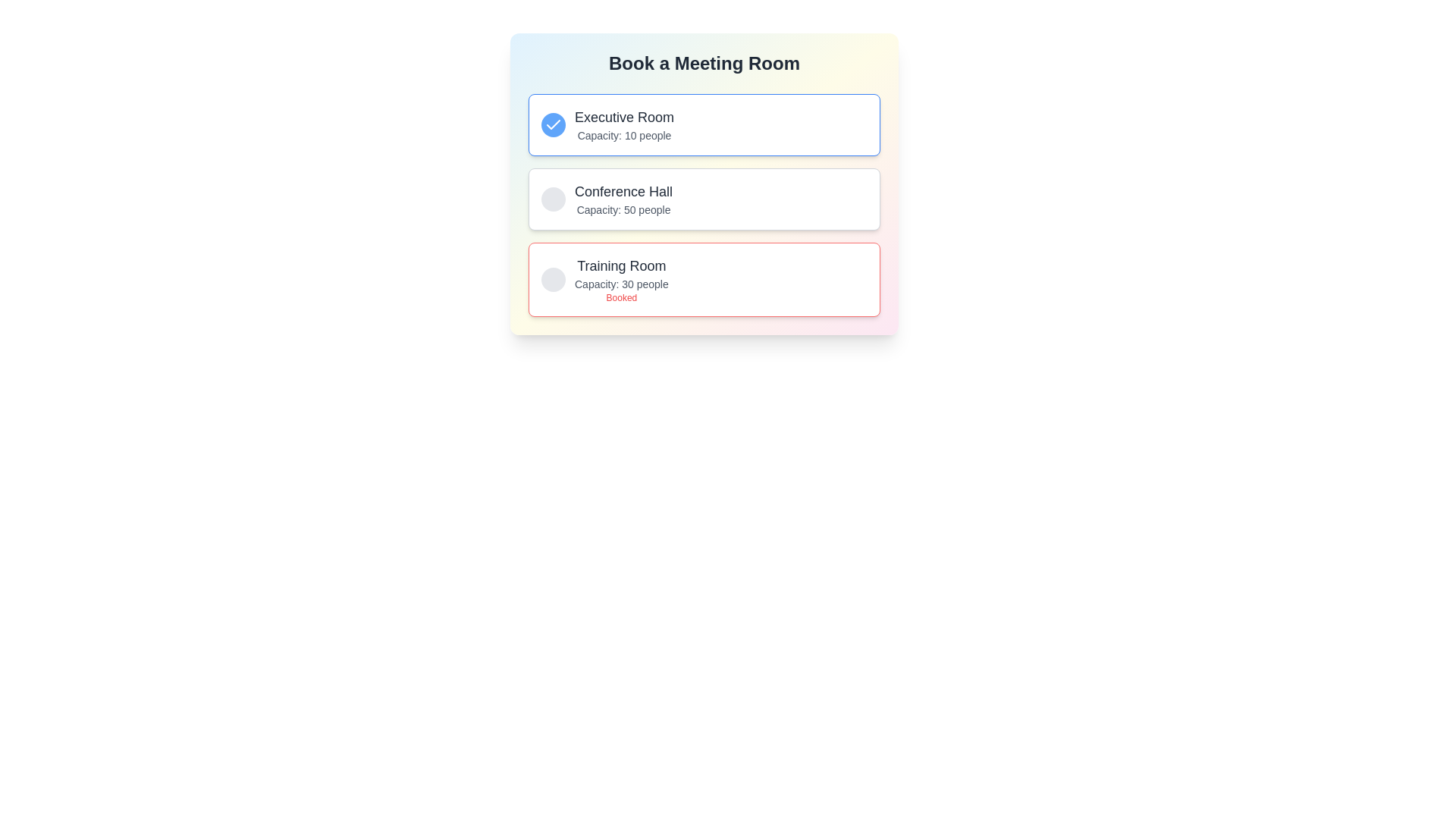 The height and width of the screenshot is (819, 1456). What do you see at coordinates (704, 198) in the screenshot?
I see `the 'Conference Hall' selection option card, which is the second item in a vertical list of room options` at bounding box center [704, 198].